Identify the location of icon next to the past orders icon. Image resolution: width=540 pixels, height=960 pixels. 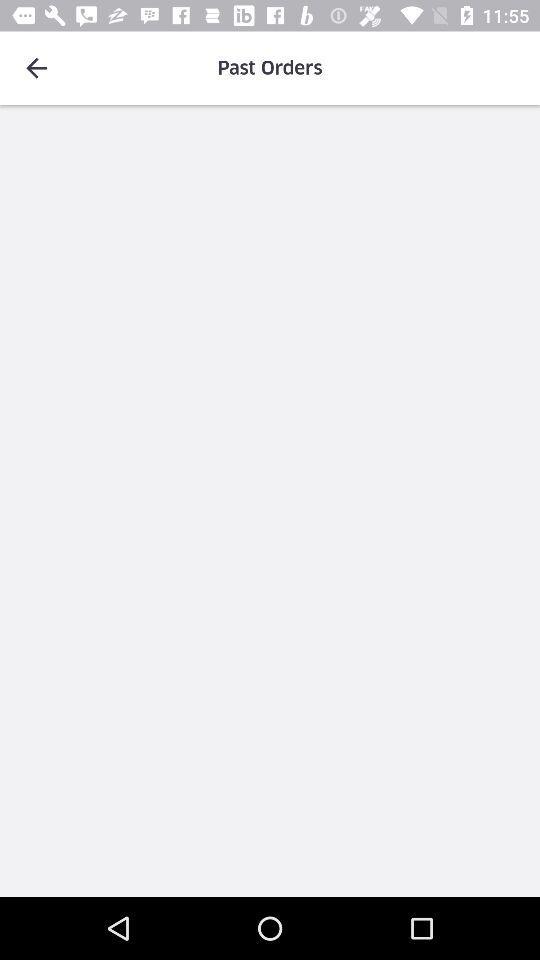
(36, 68).